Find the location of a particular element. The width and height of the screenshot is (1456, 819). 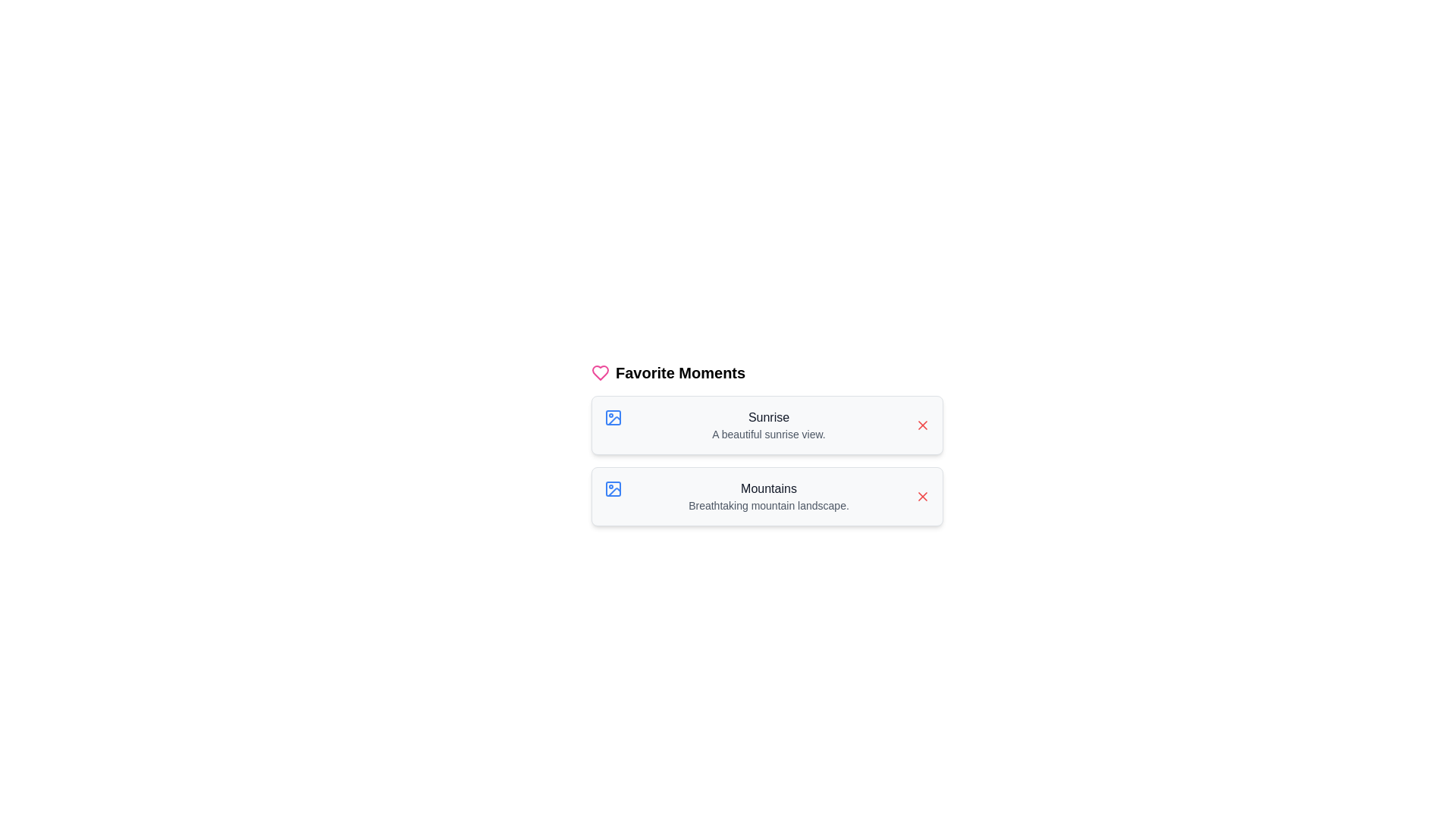

the item Sunrise to observe the hover effect is located at coordinates (767, 425).